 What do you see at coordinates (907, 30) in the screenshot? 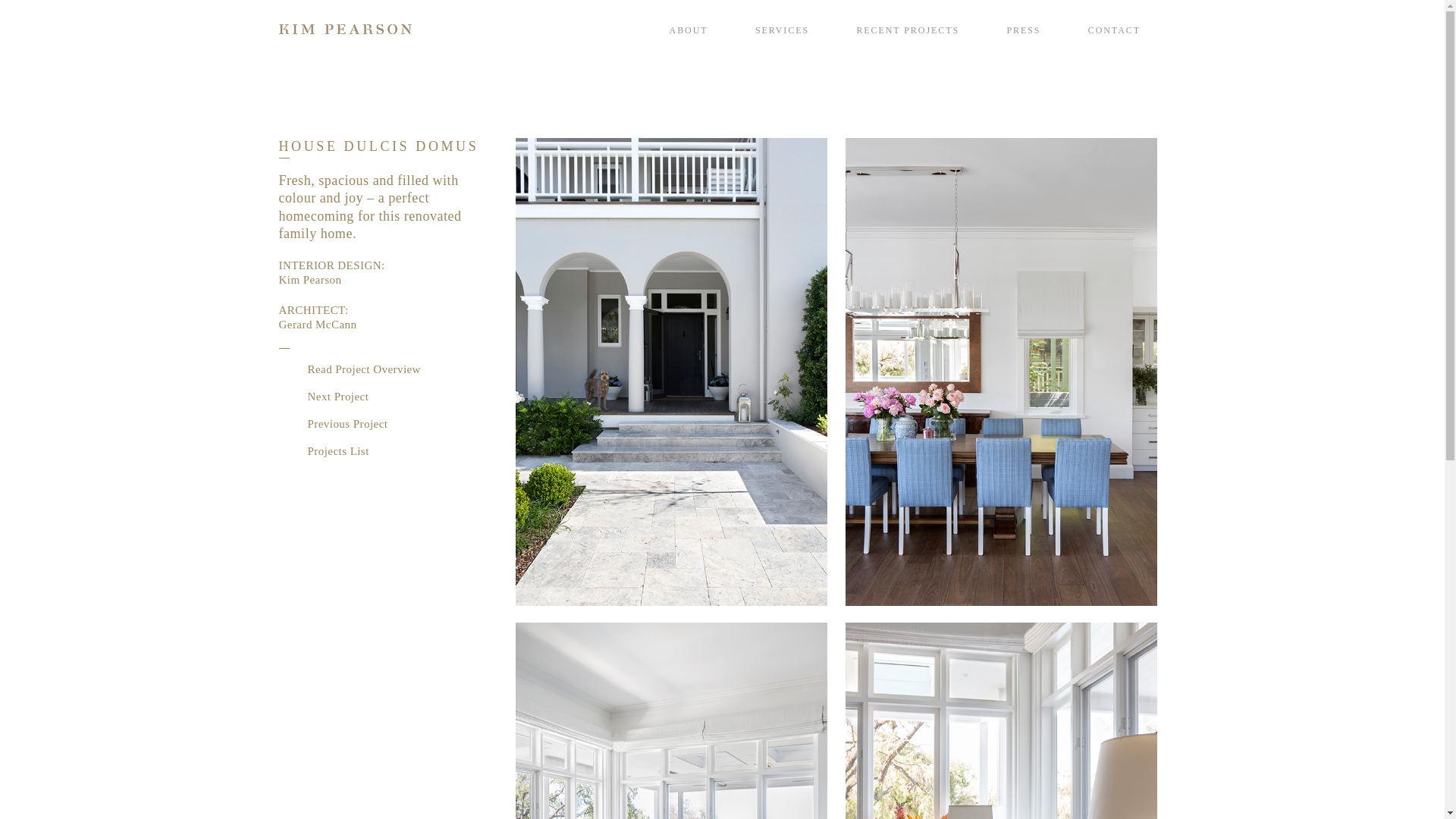
I see `'RECENT PROJECTS'` at bounding box center [907, 30].